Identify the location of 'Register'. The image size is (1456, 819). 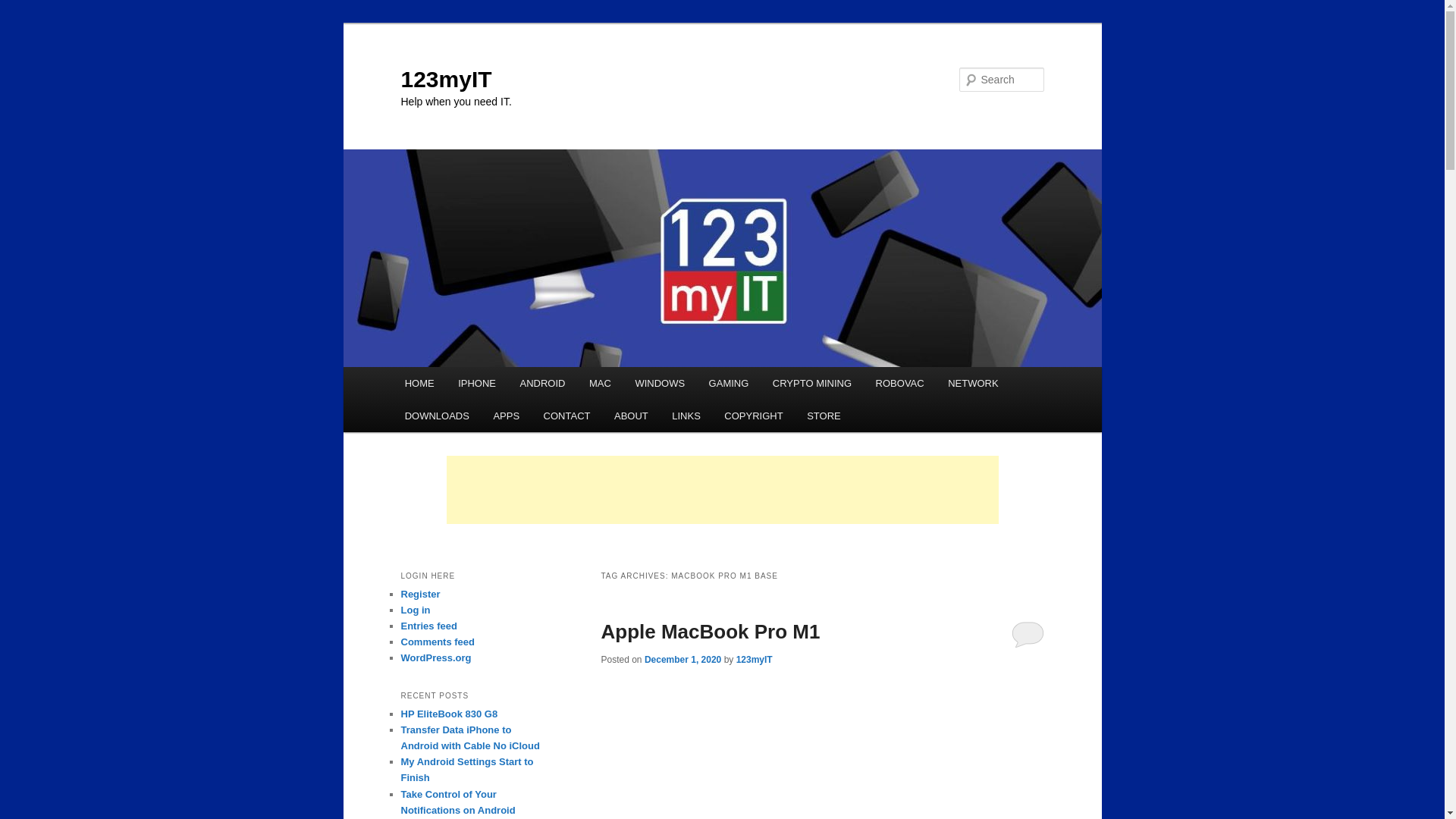
(419, 593).